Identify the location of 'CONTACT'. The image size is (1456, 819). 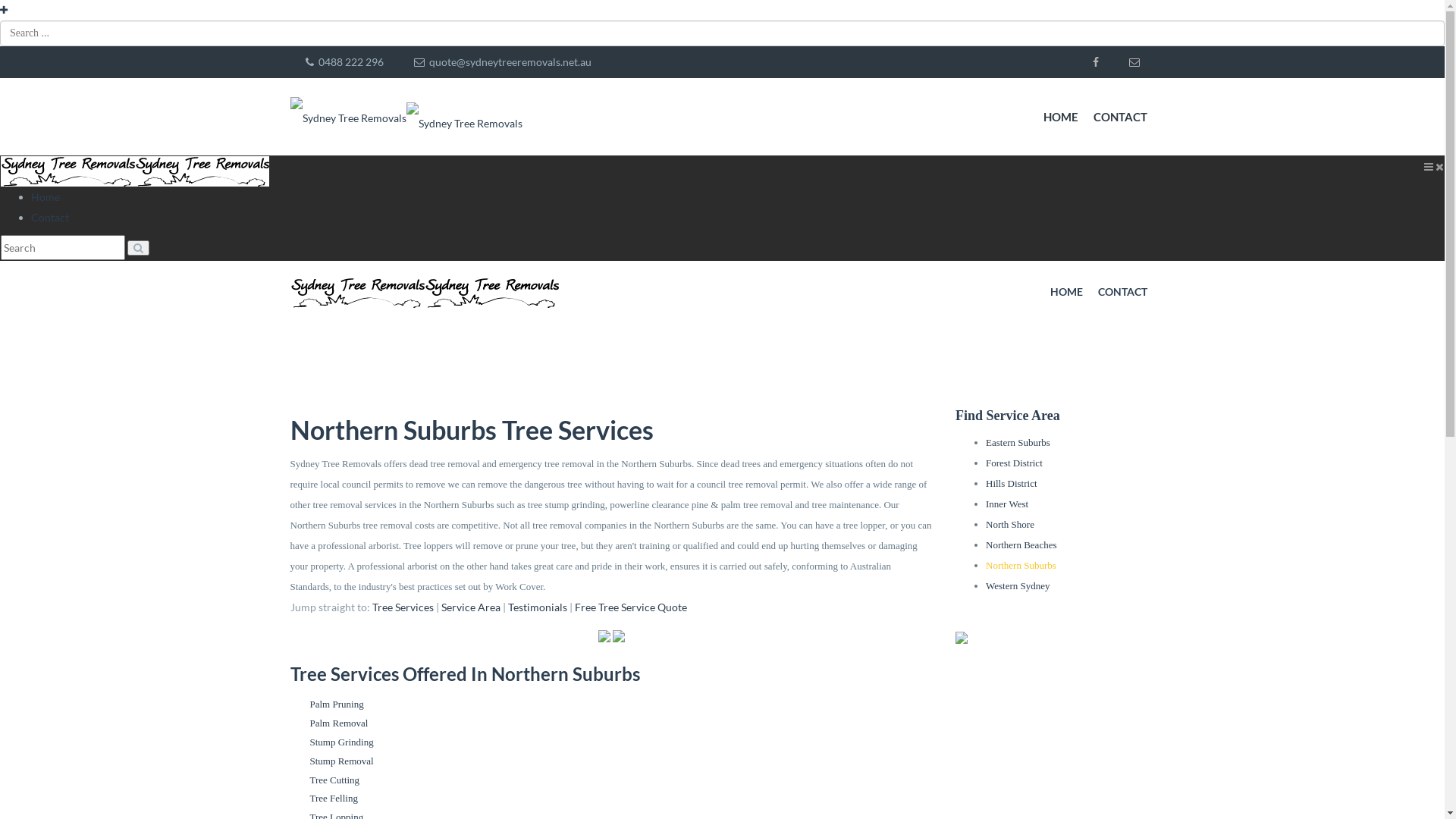
(1120, 116).